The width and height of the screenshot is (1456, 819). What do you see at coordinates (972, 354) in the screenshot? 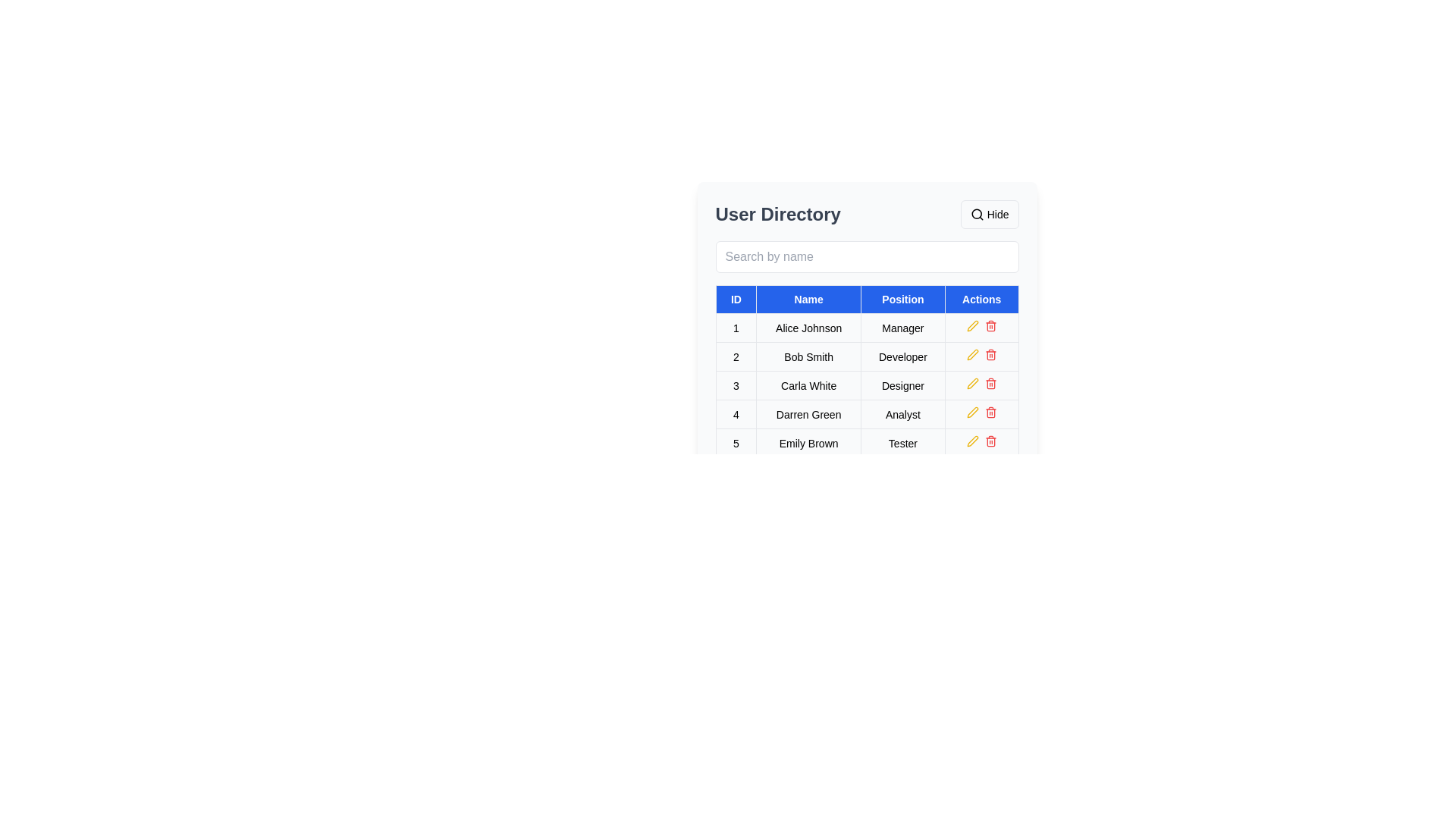
I see `the edit icon button located in the 'Actions' column of the second row in the table, associated with the 'Developer' position, to initiate an edit action` at bounding box center [972, 354].